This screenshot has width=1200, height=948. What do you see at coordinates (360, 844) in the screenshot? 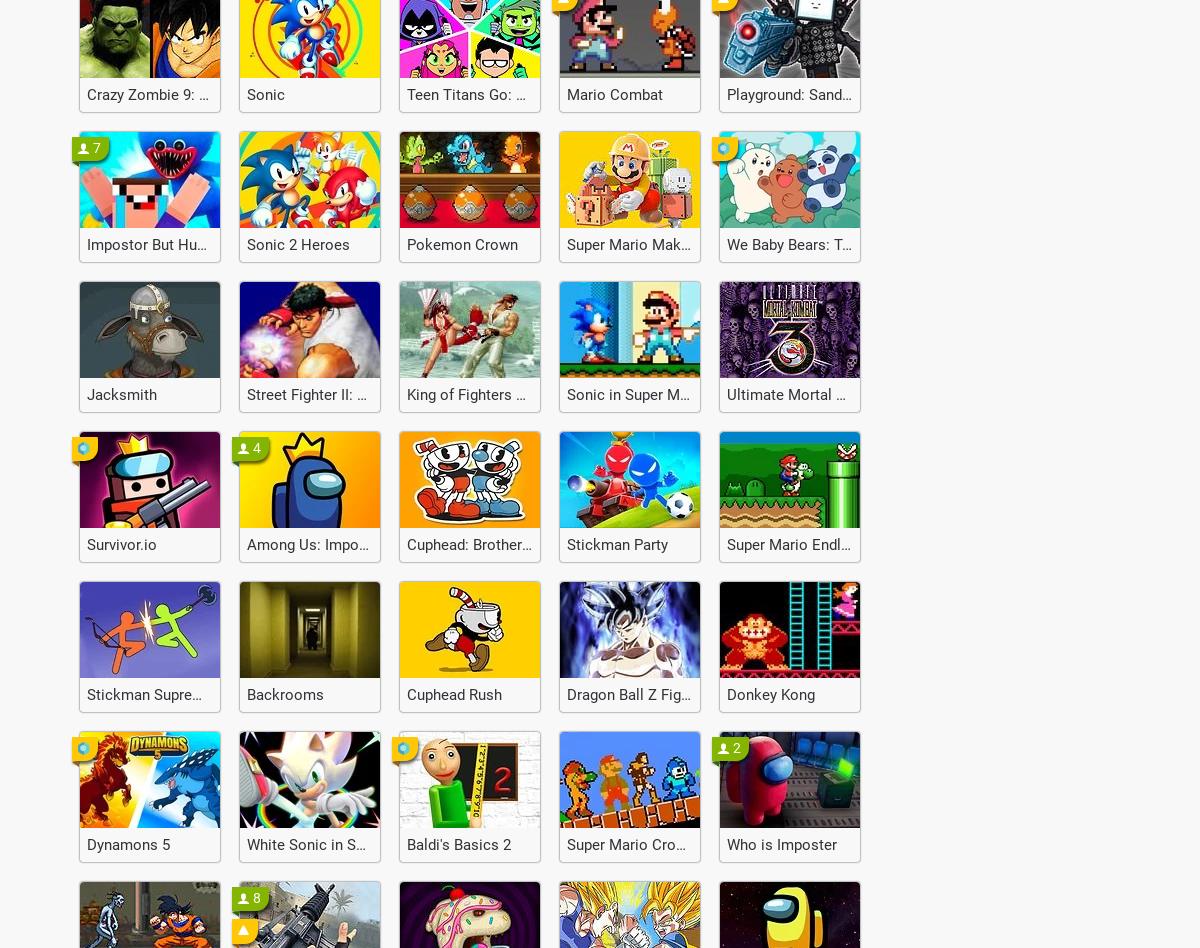
I see `'White Sonic in Sonic 3 & Knuckles'` at bounding box center [360, 844].